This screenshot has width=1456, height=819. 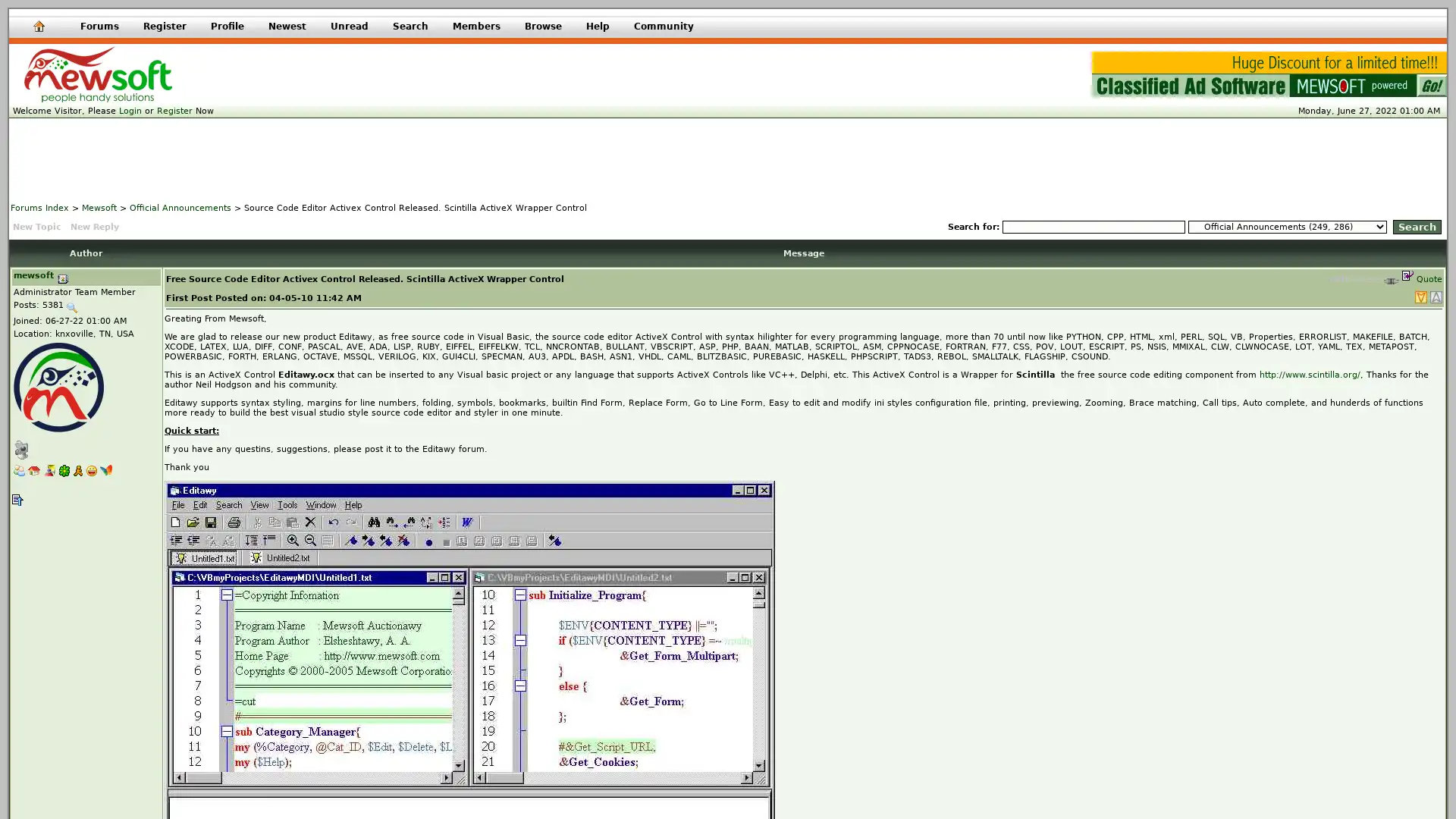 What do you see at coordinates (1416, 227) in the screenshot?
I see `Search` at bounding box center [1416, 227].